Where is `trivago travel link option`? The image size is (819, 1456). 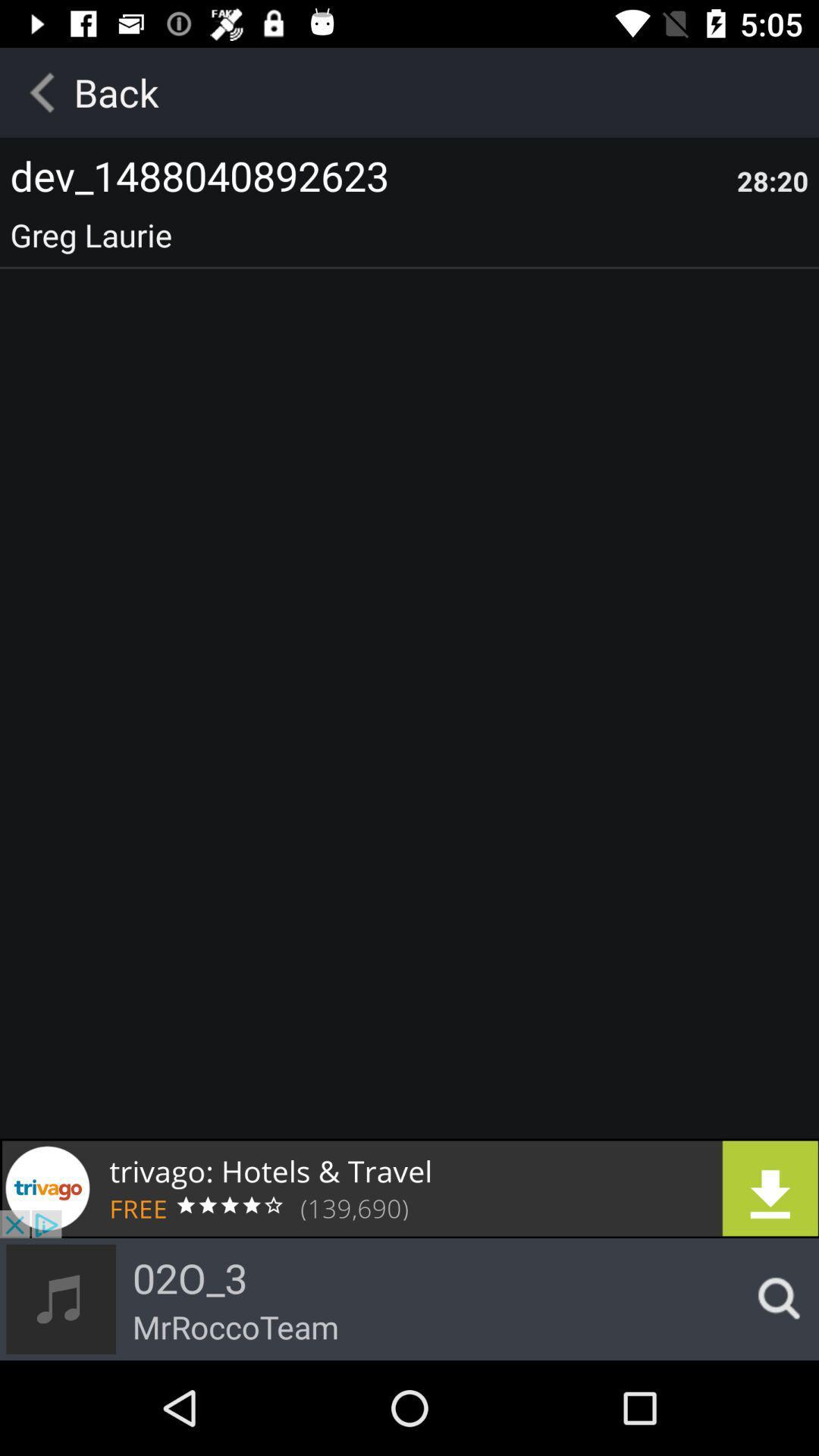 trivago travel link option is located at coordinates (409, 1188).